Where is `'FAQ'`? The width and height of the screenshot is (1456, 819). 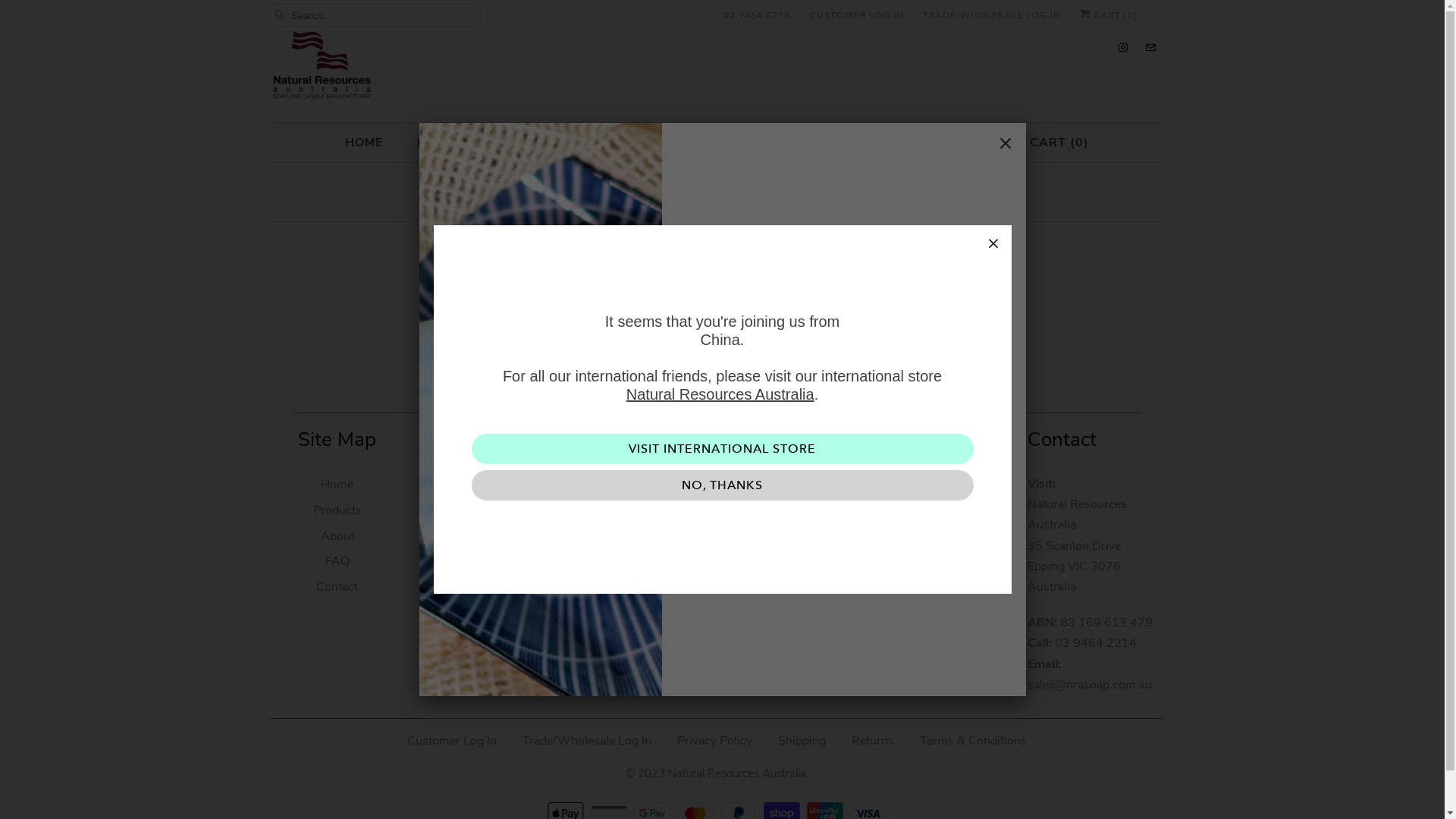 'FAQ' is located at coordinates (856, 143).